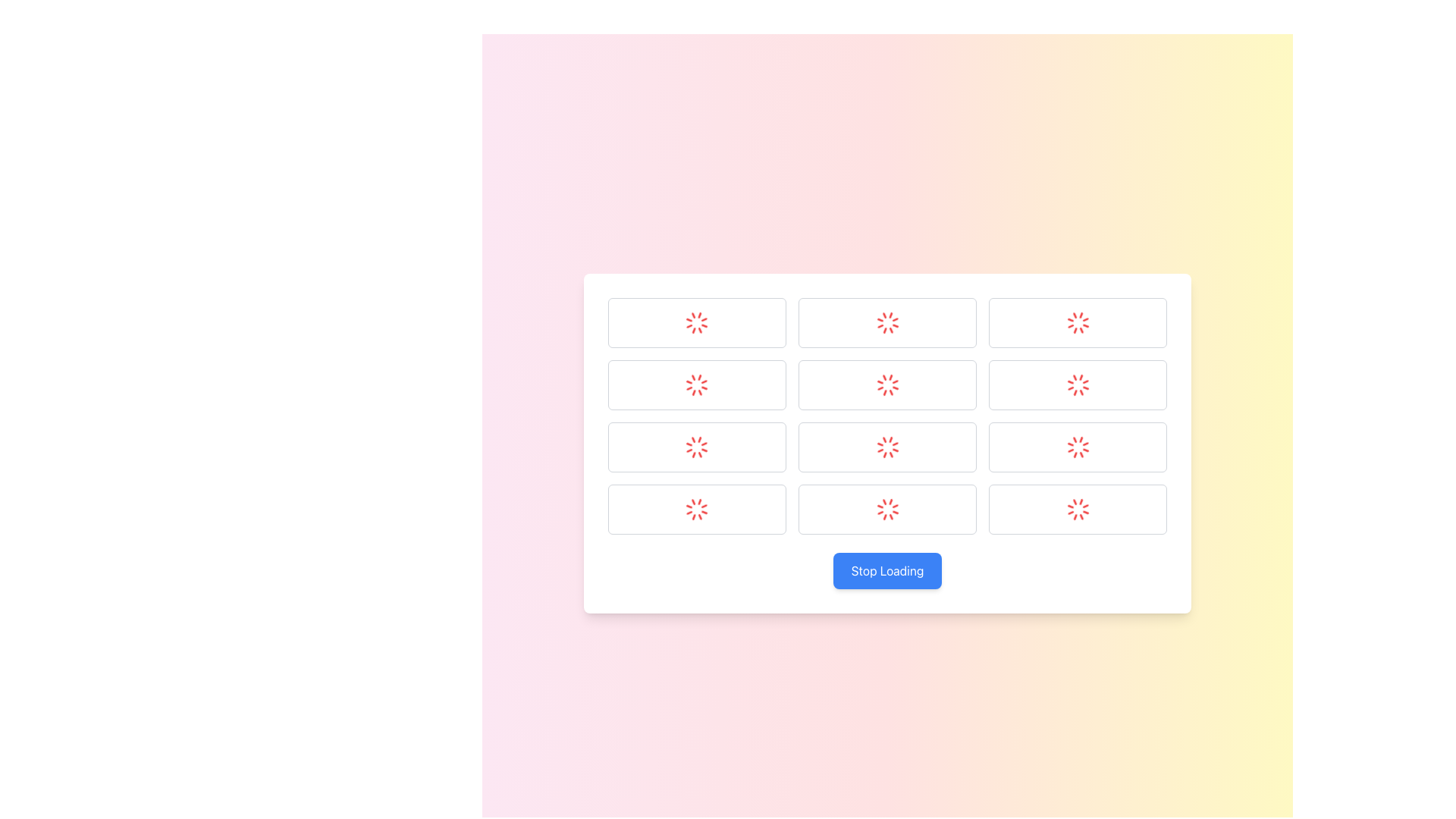  I want to click on the animated loading icon located in the fourth row and first column of the grid layout to observe its animation, so click(696, 509).